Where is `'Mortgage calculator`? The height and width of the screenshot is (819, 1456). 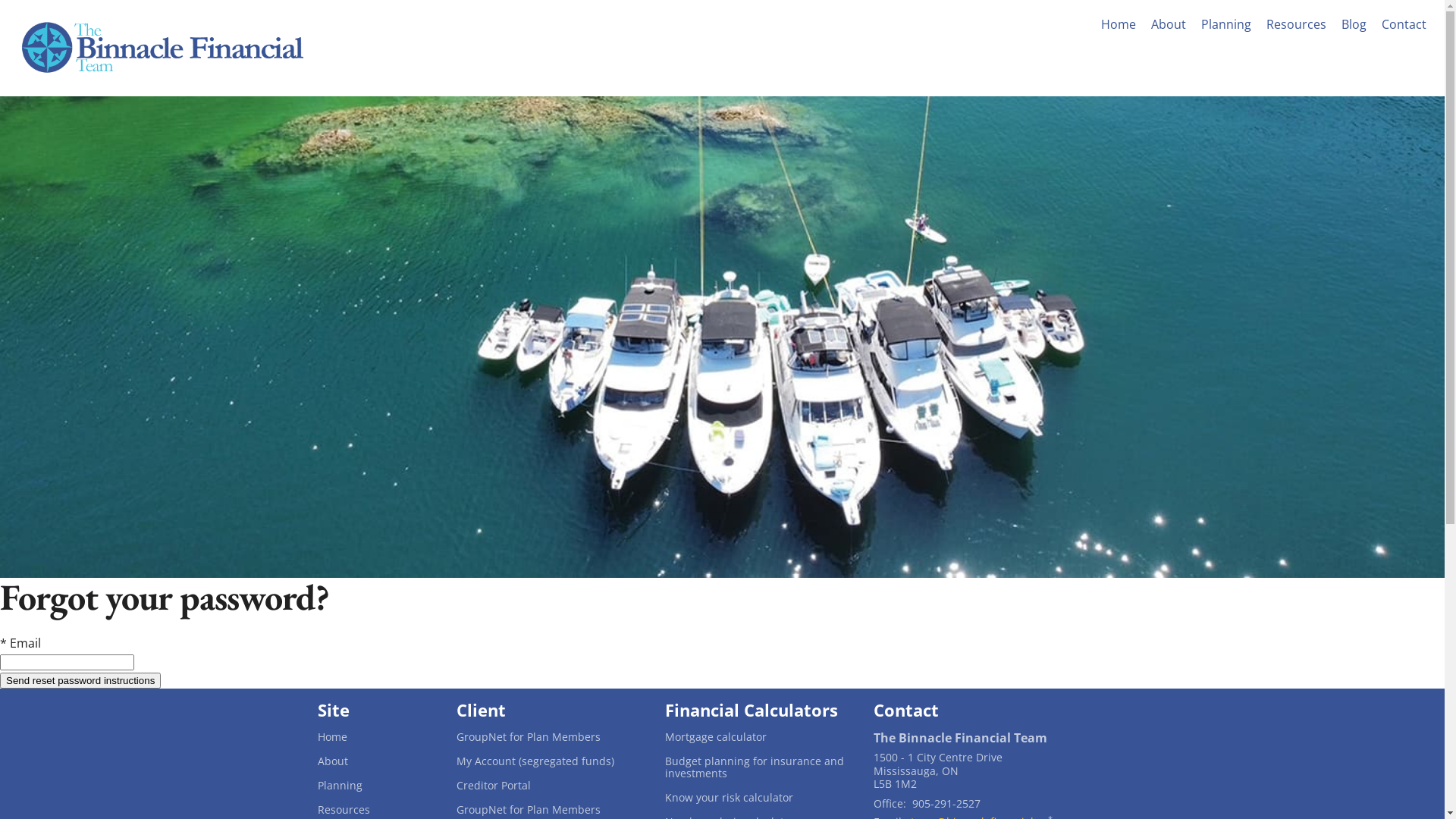 'Mortgage calculator is located at coordinates (757, 736).